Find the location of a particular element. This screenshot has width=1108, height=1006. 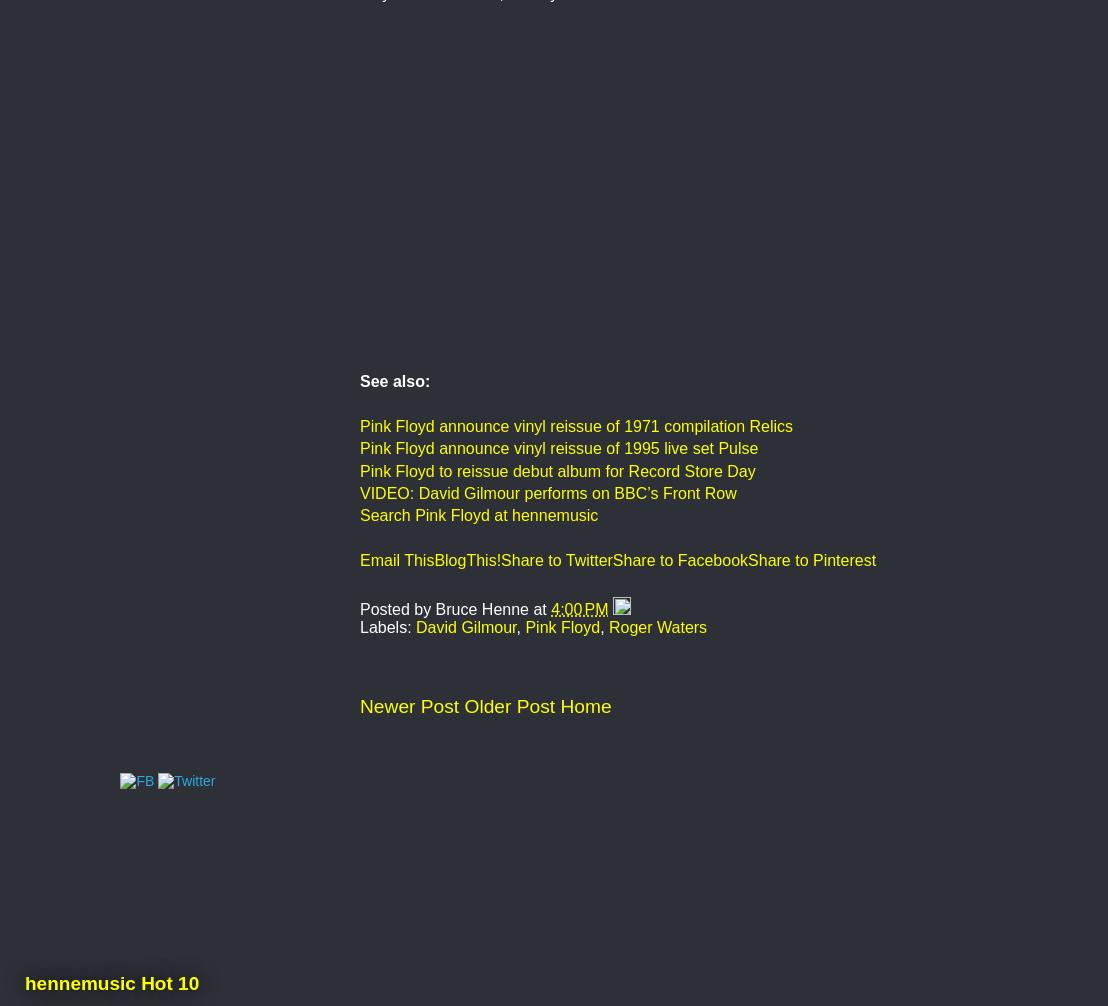

'Pink Floyd to reissue debut album for Record Store Day' is located at coordinates (557, 469).